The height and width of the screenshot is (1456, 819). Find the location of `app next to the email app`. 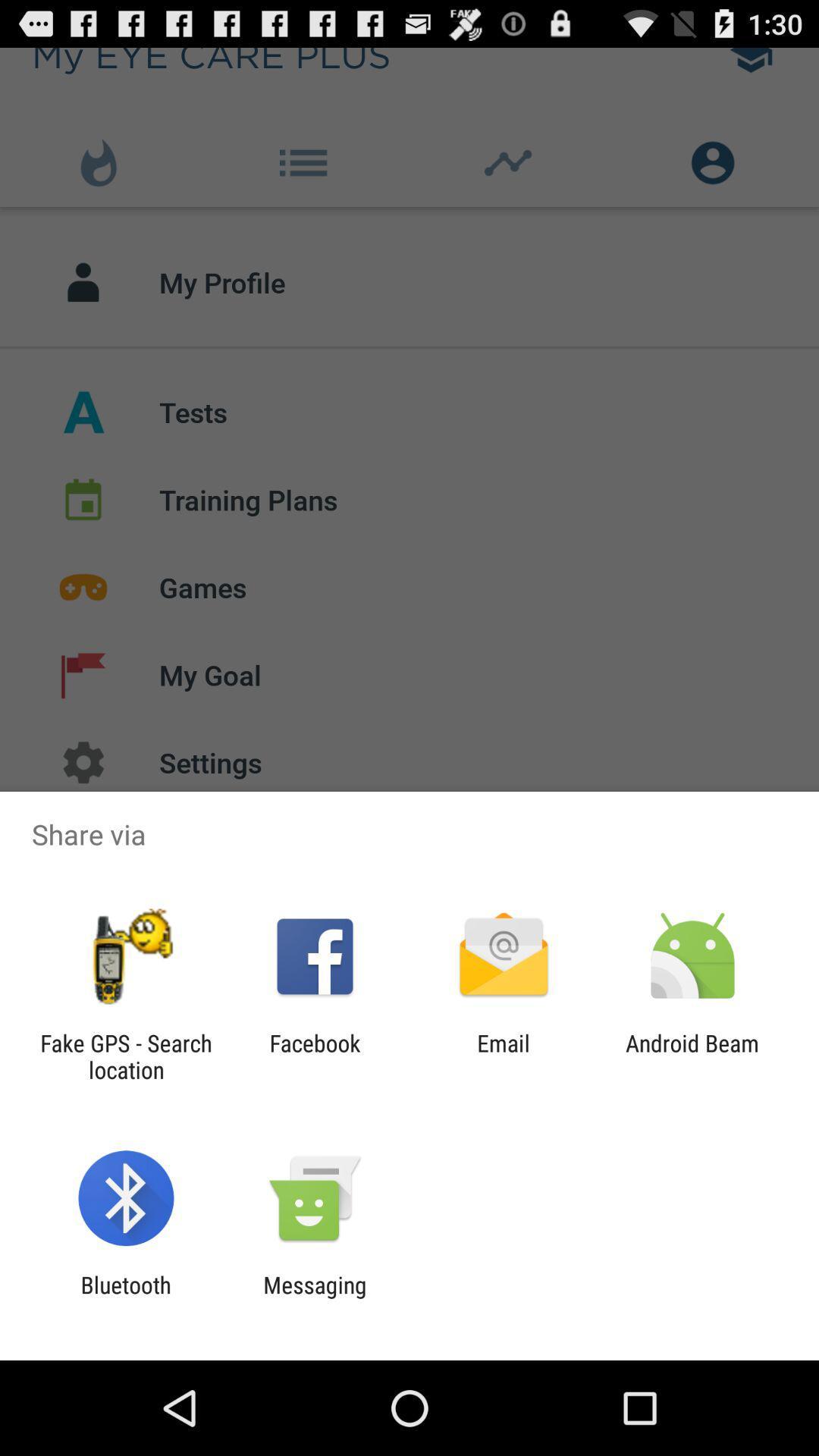

app next to the email app is located at coordinates (314, 1056).